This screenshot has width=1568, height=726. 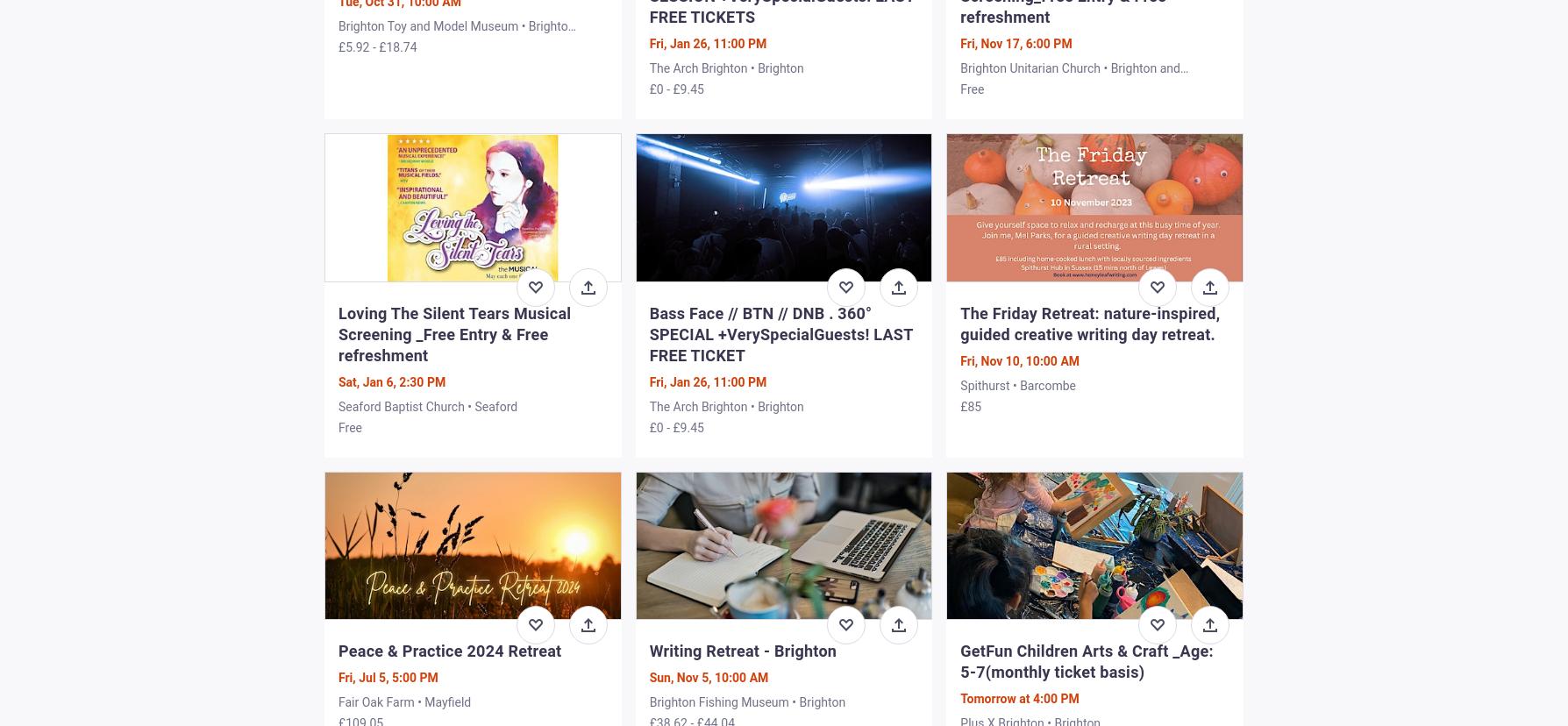 I want to click on 'GetFun Children Arts & Craft _Age: 5-7(monthly ticket basis)', so click(x=1086, y=659).